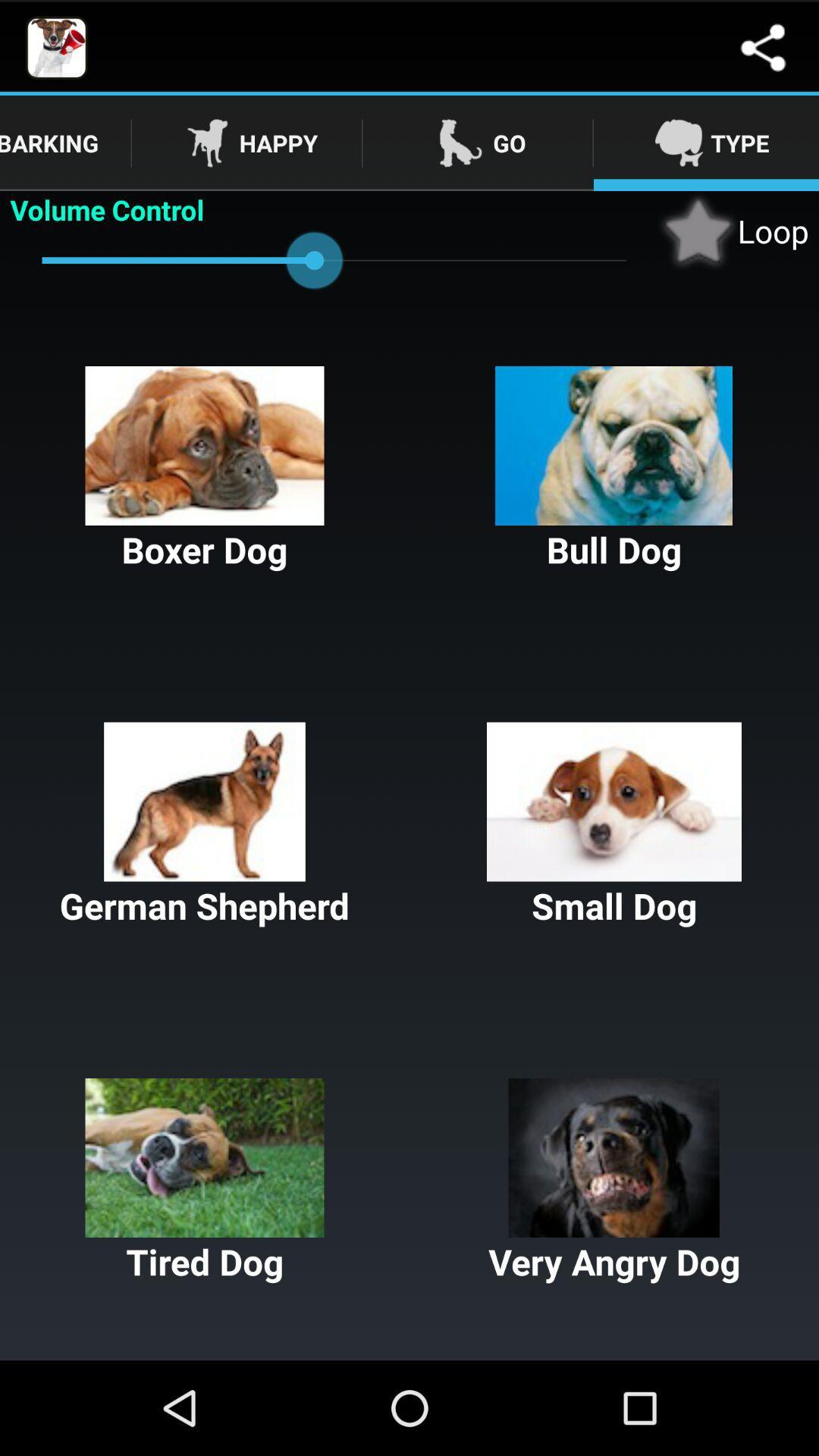 This screenshot has width=819, height=1456. Describe the element at coordinates (733, 230) in the screenshot. I see `the loop icon` at that location.